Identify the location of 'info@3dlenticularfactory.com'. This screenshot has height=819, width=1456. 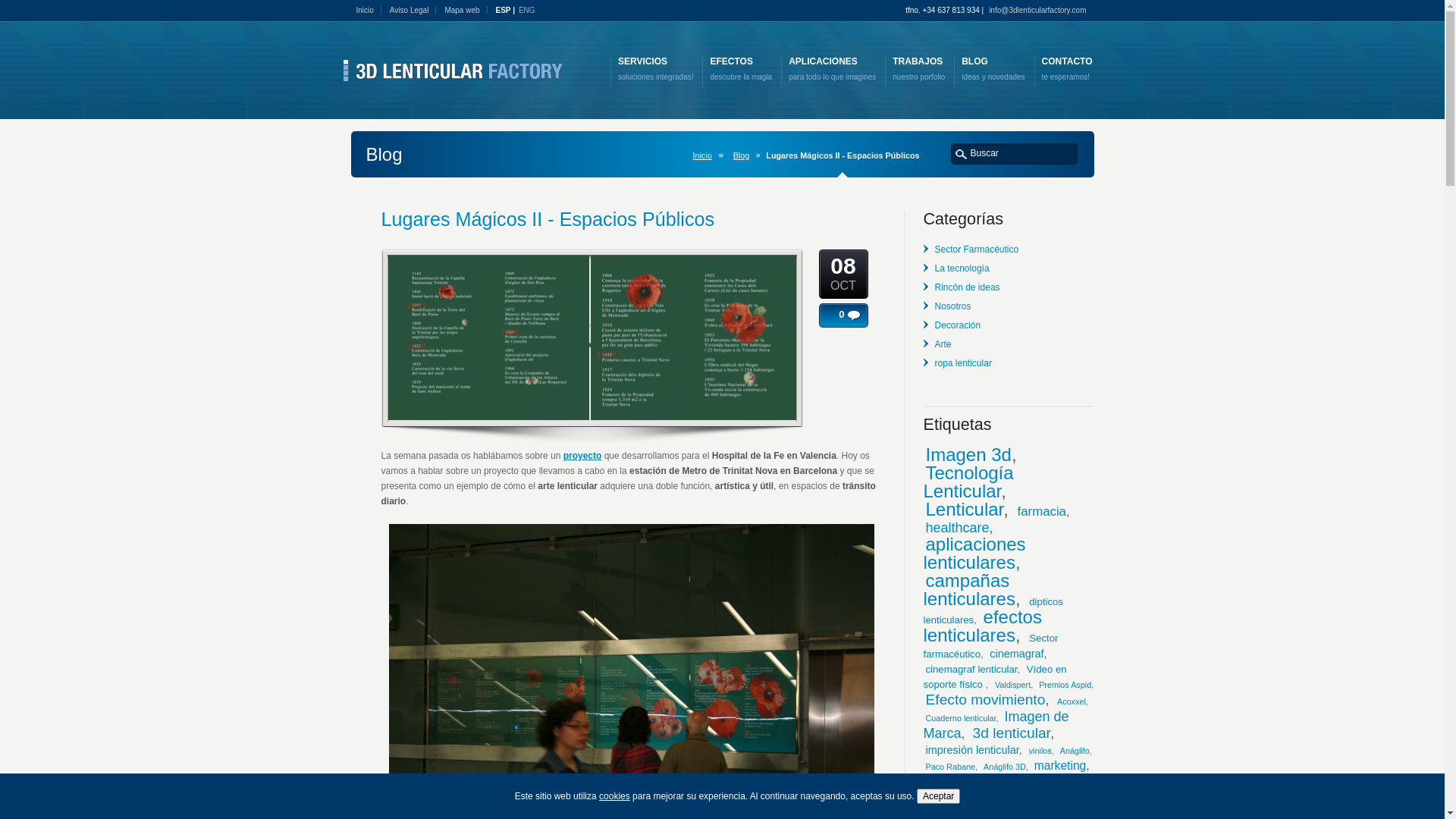
(1040, 10).